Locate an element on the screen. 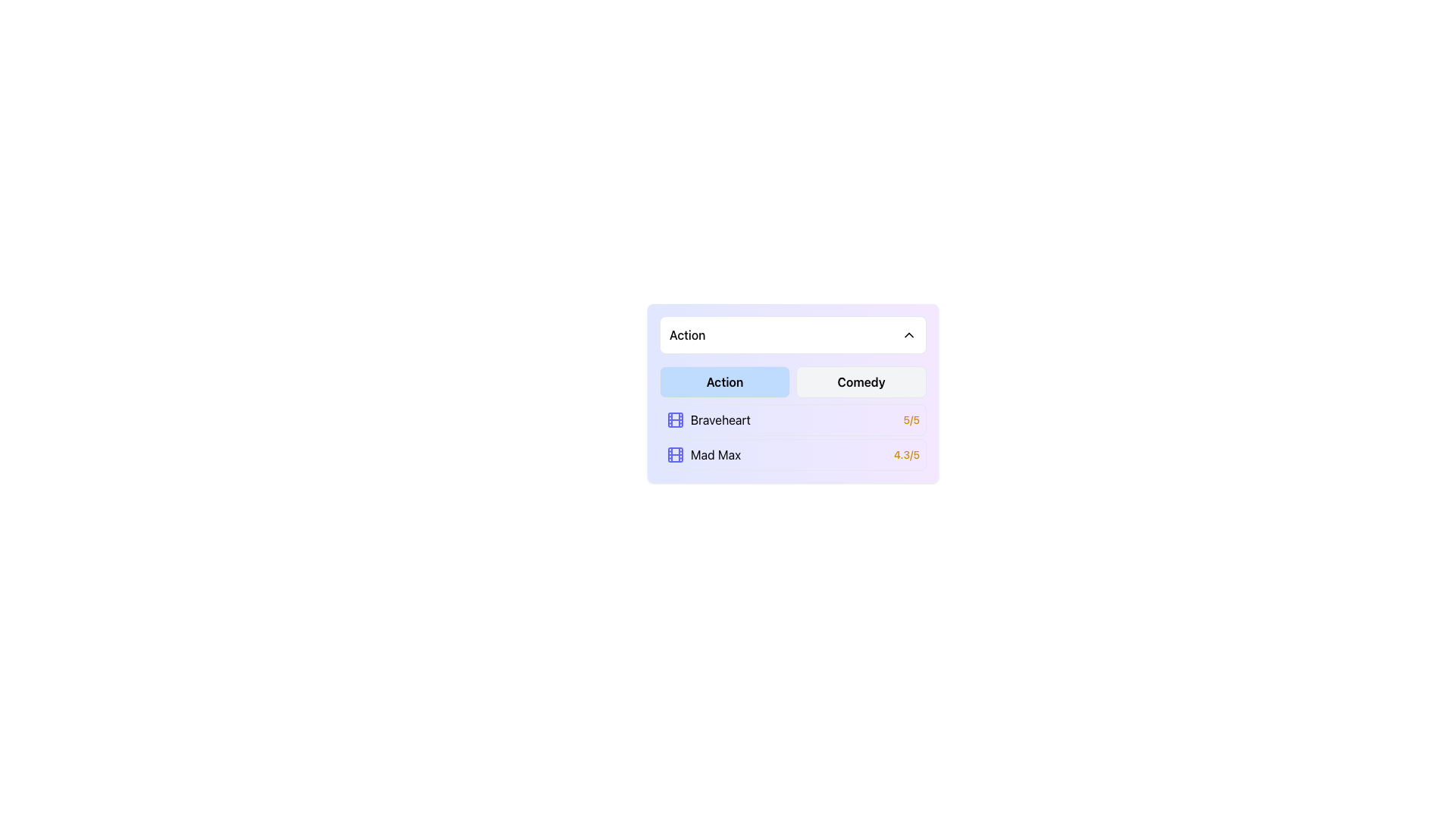  the movie title text label located in the second row of the movie selection list, which is positioned under the text 'Braveheart' is located at coordinates (715, 454).